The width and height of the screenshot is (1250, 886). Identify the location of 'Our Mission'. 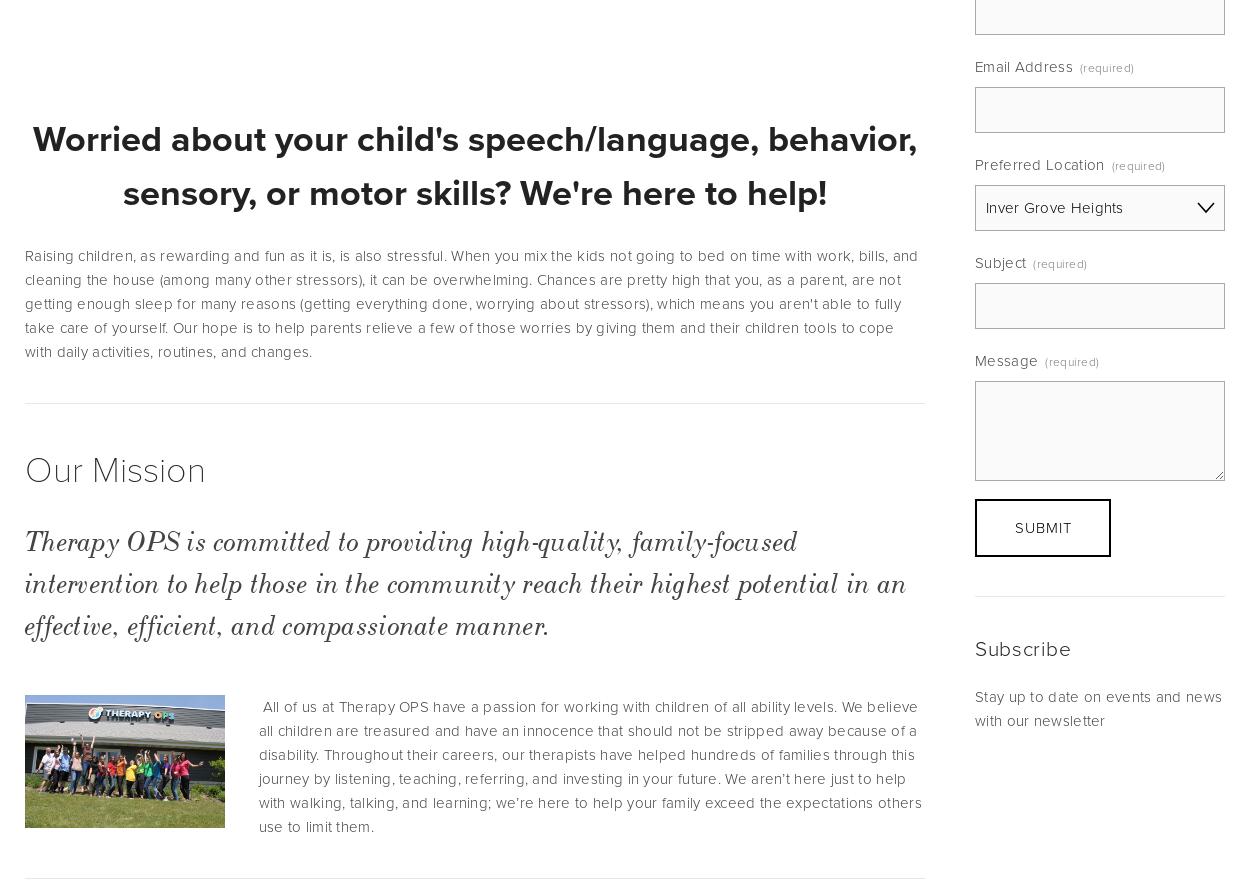
(114, 469).